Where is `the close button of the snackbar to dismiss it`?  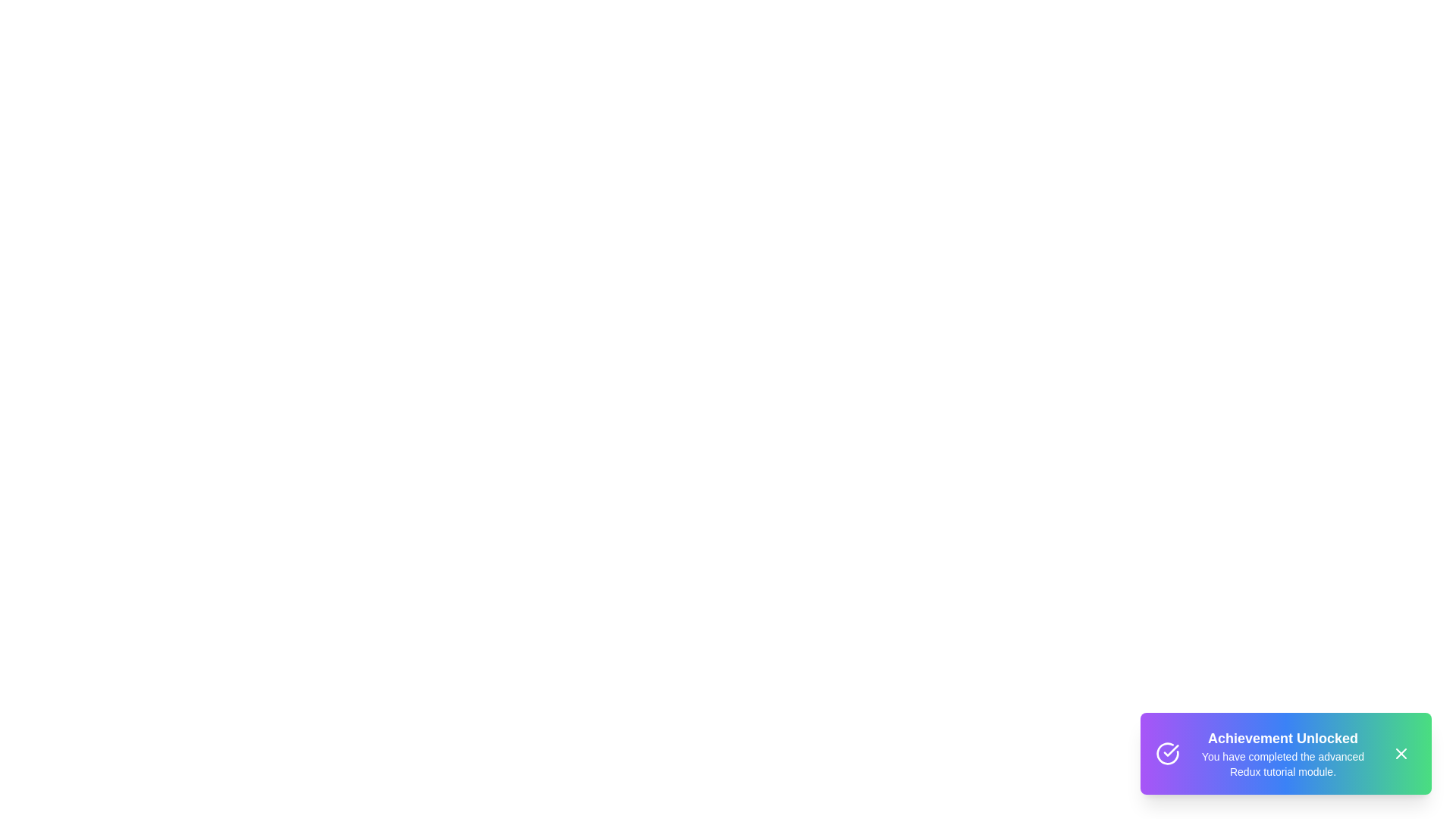 the close button of the snackbar to dismiss it is located at coordinates (1401, 754).